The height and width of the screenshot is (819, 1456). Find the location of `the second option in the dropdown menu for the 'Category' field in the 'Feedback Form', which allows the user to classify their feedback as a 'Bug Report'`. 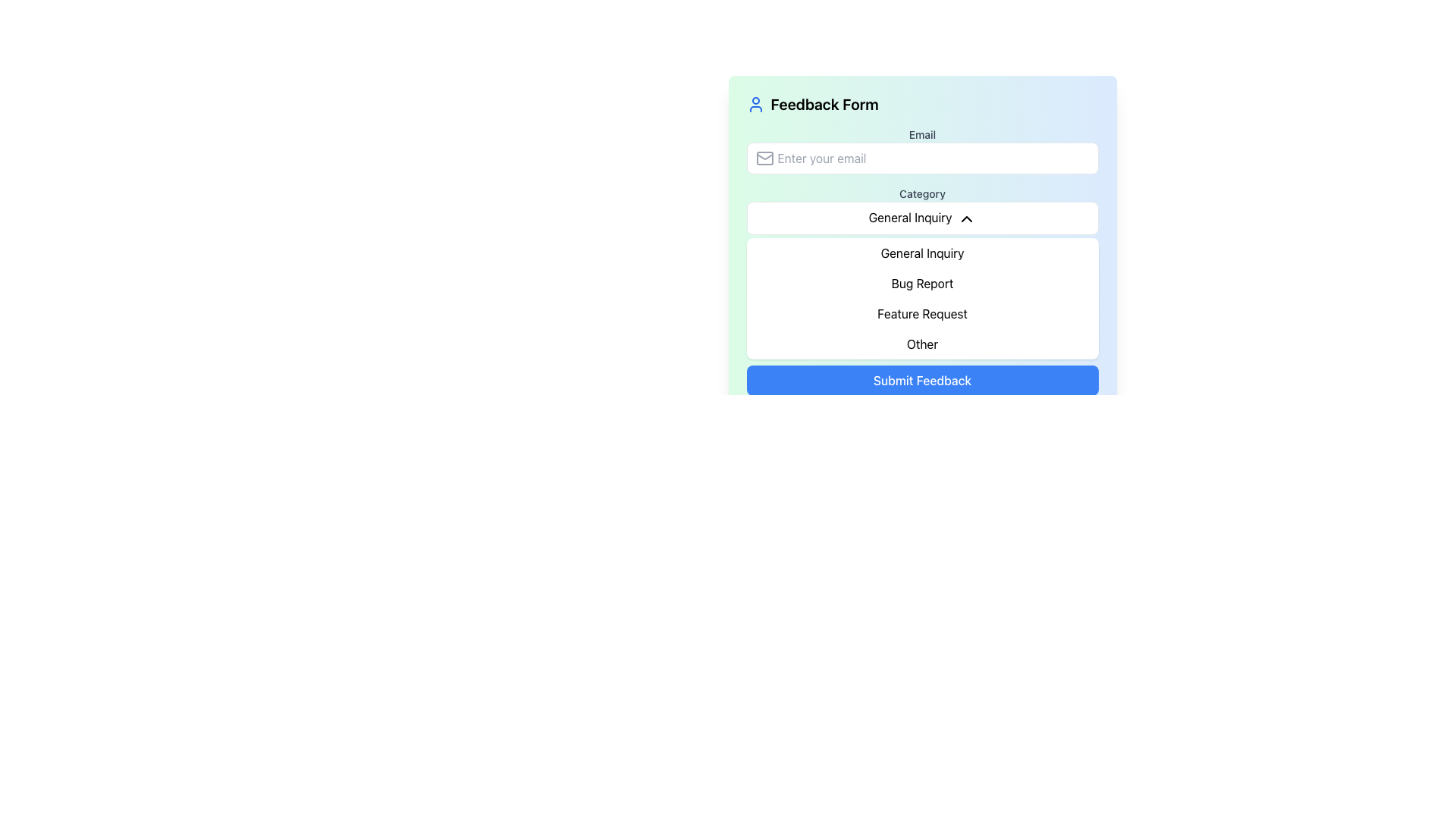

the second option in the dropdown menu for the 'Category' field in the 'Feedback Form', which allows the user to classify their feedback as a 'Bug Report' is located at coordinates (921, 298).